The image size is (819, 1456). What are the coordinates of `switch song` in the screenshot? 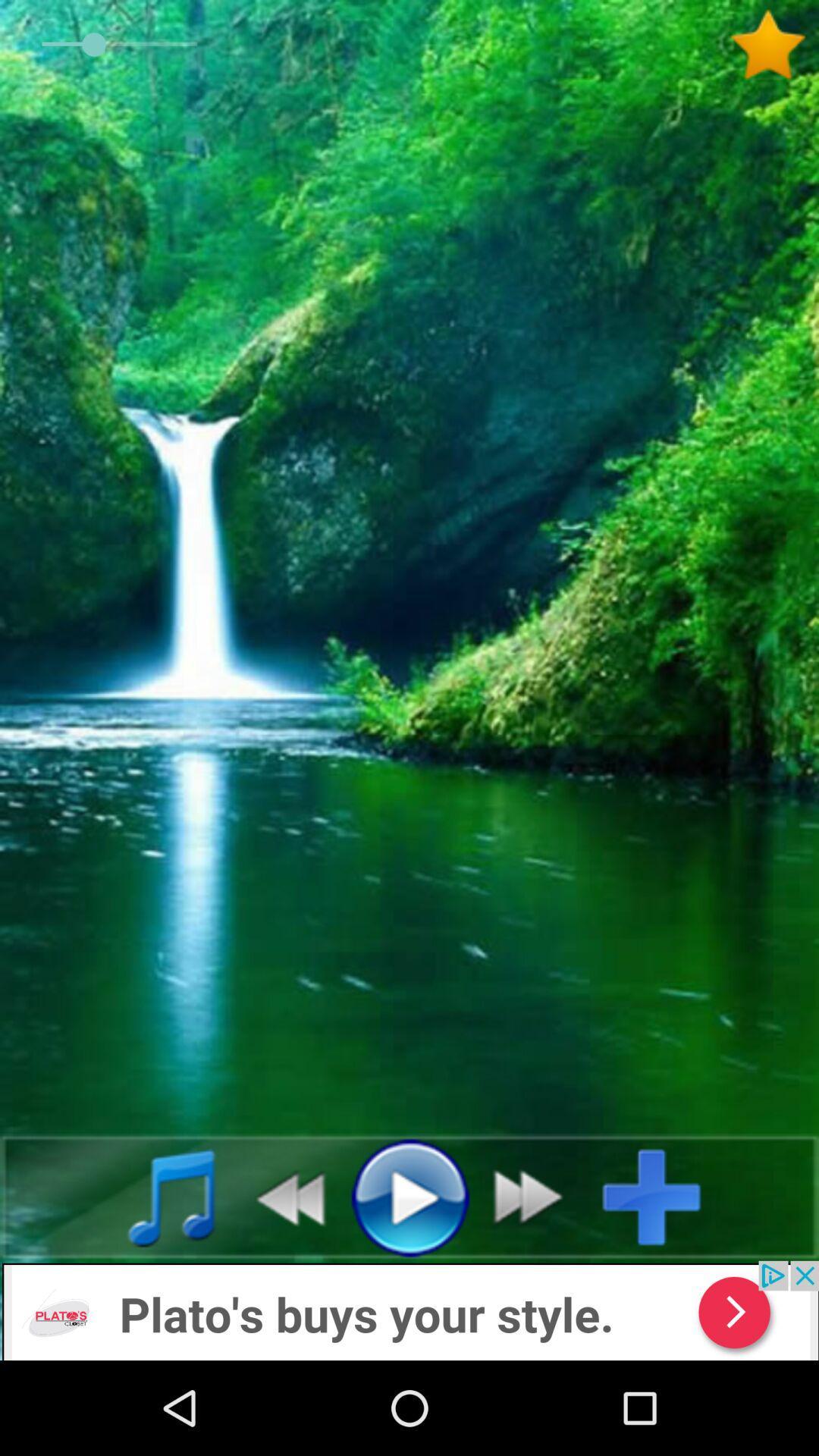 It's located at (536, 1196).